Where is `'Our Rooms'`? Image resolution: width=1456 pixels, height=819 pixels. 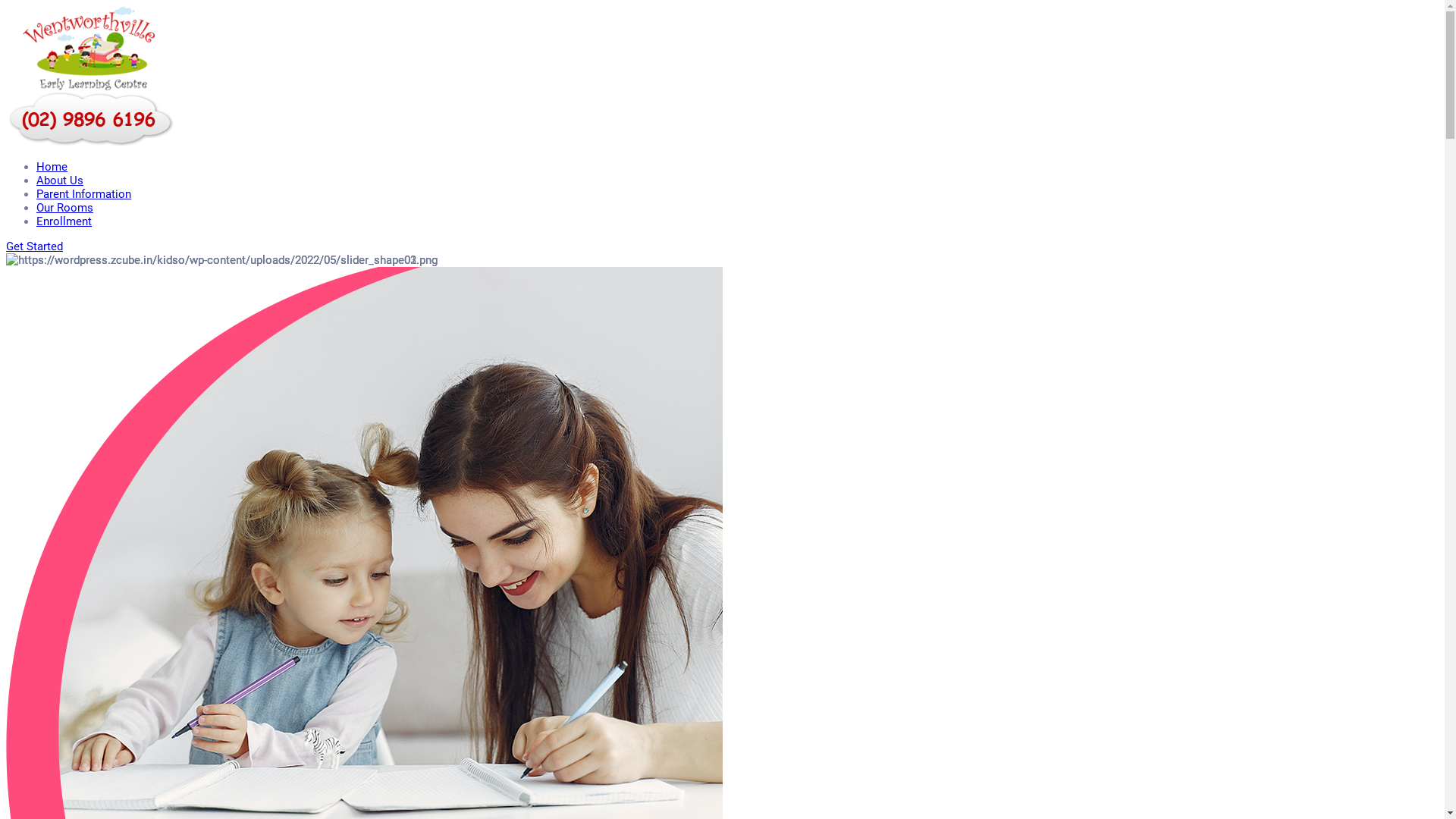 'Our Rooms' is located at coordinates (64, 207).